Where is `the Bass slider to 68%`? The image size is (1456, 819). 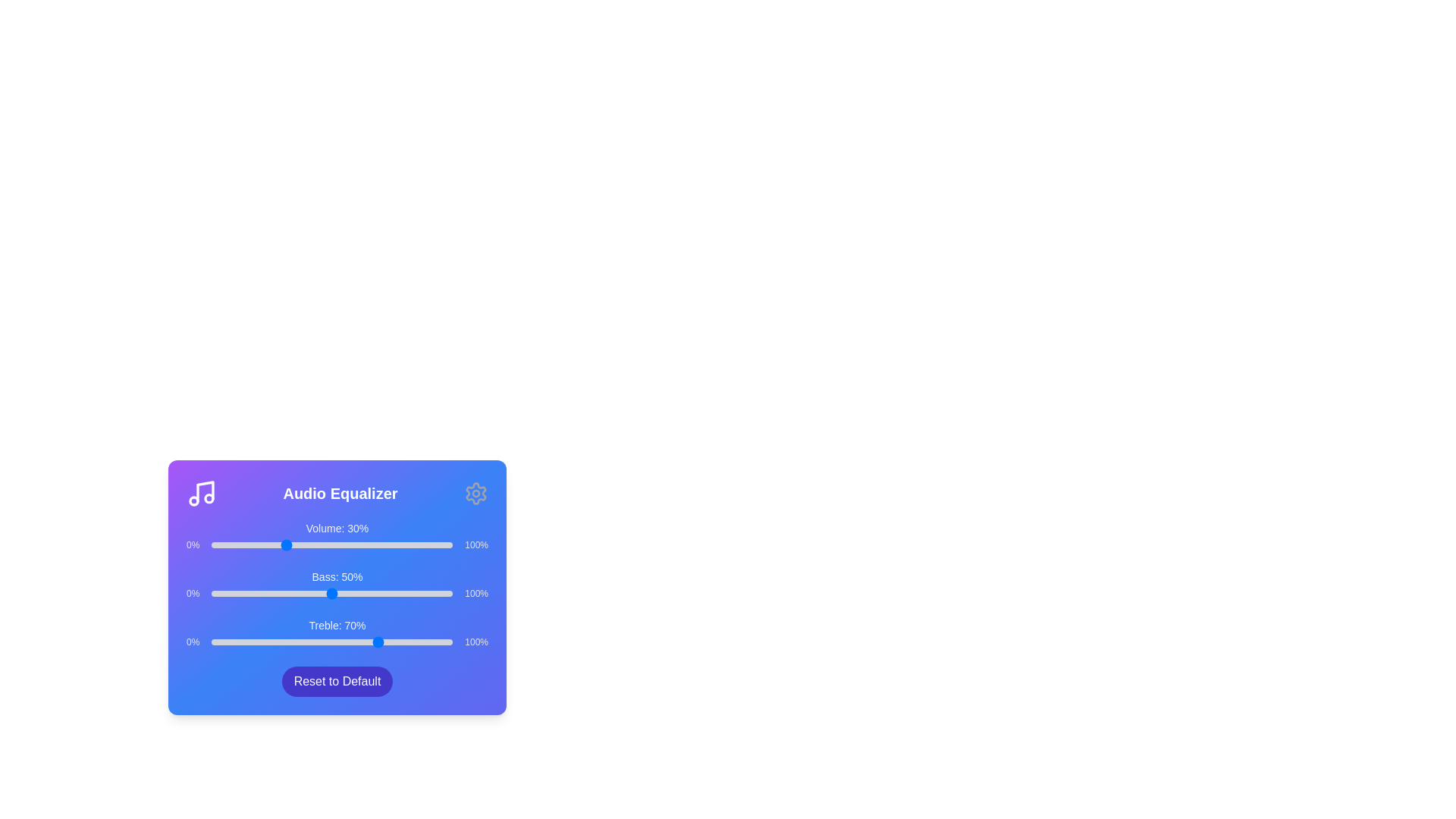
the Bass slider to 68% is located at coordinates (375, 593).